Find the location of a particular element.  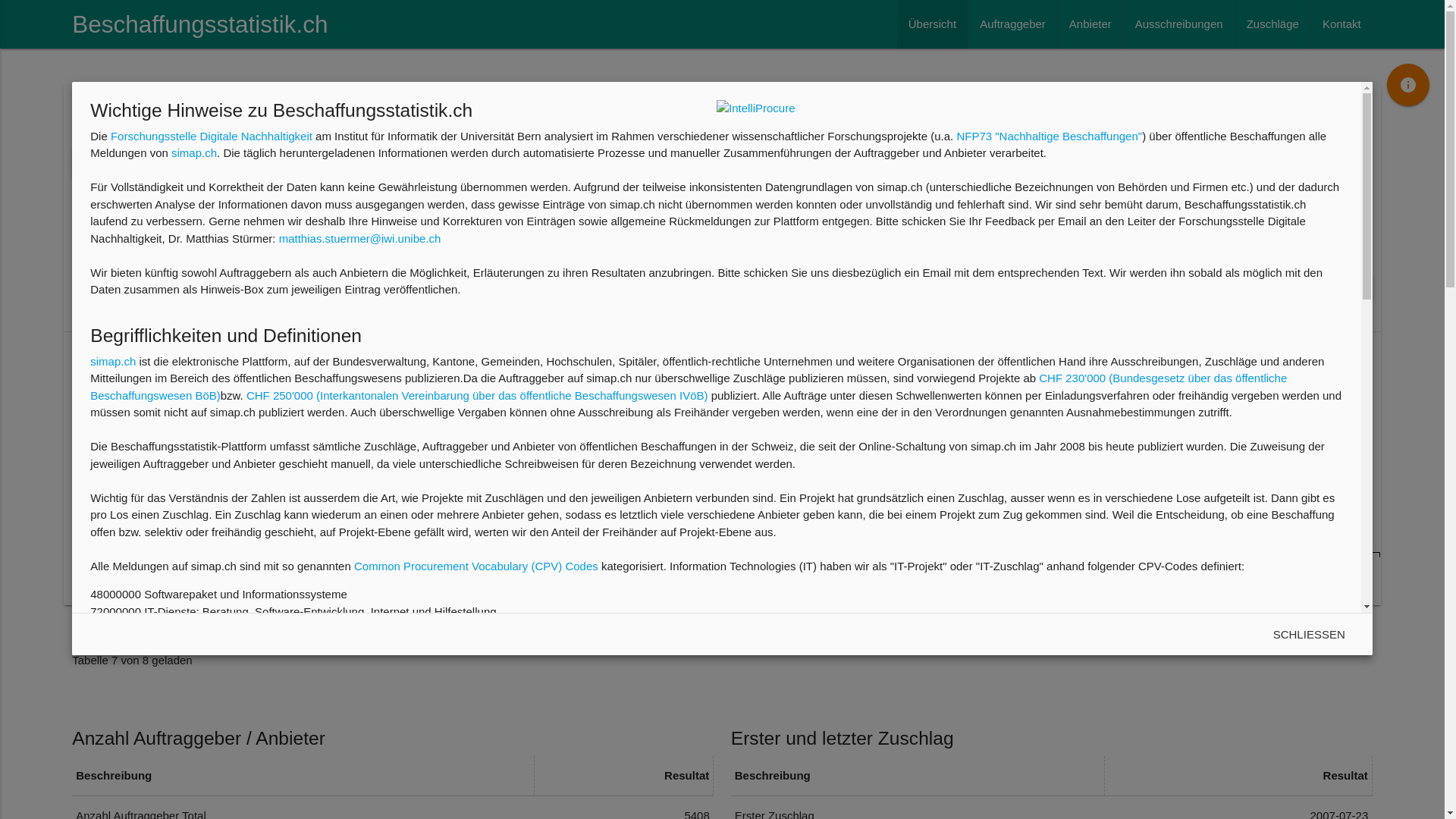

'Ausschreibungen' is located at coordinates (1178, 24).